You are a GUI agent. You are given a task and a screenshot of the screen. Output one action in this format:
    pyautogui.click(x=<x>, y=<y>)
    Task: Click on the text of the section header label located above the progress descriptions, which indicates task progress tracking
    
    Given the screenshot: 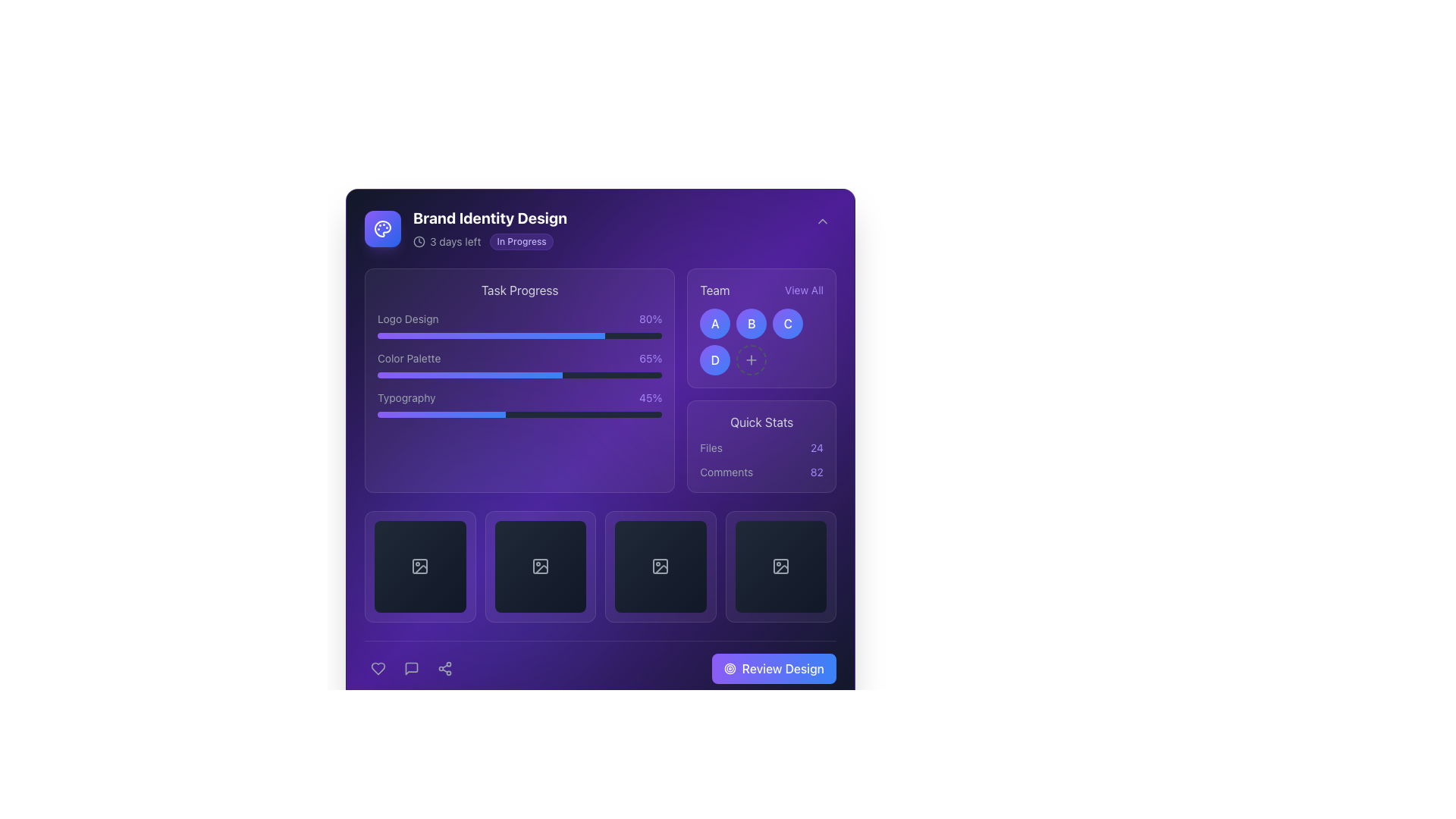 What is the action you would take?
    pyautogui.click(x=519, y=290)
    